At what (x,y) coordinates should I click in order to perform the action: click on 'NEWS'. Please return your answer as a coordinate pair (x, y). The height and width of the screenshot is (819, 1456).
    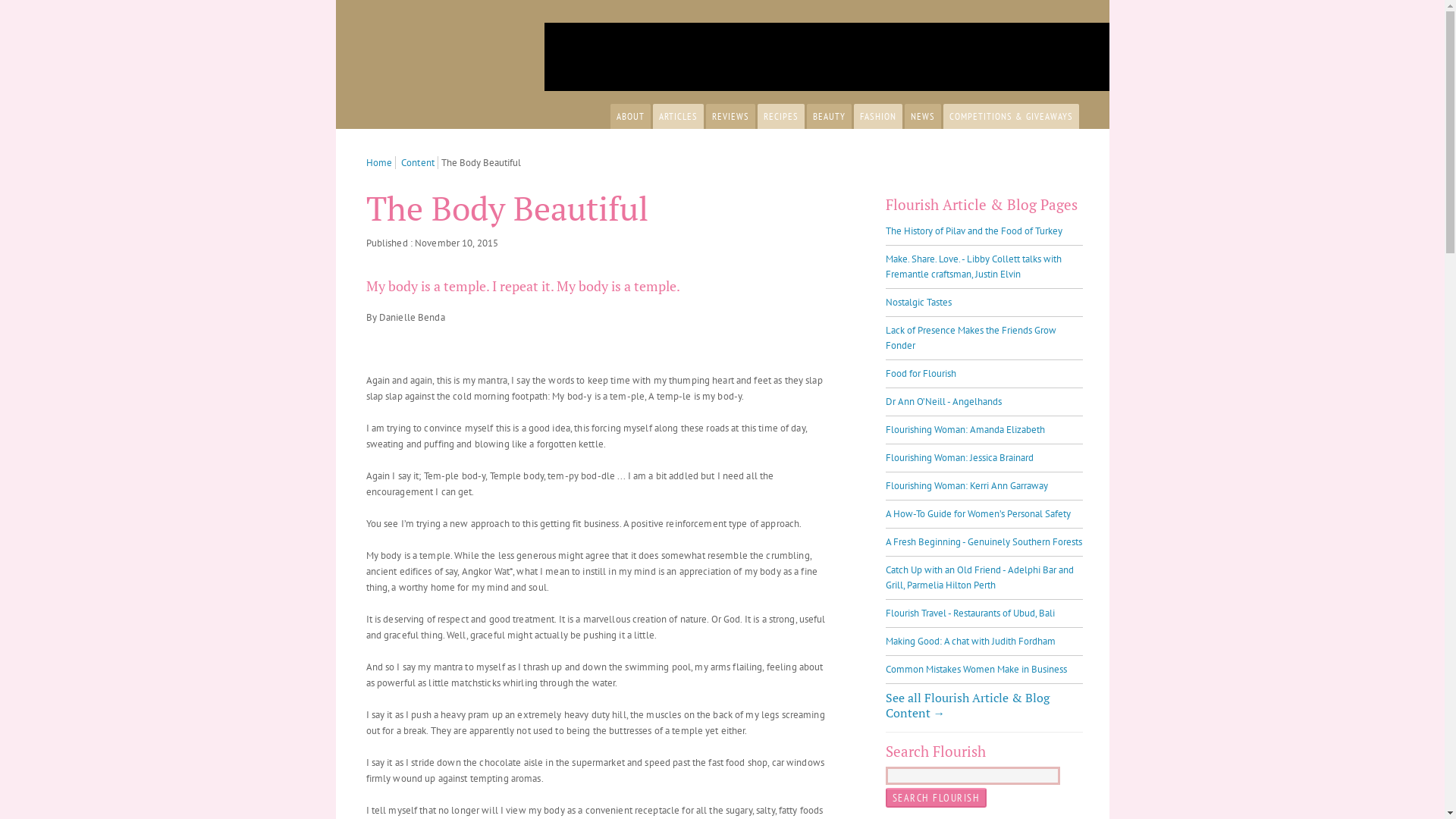
    Looking at the image, I should click on (903, 115).